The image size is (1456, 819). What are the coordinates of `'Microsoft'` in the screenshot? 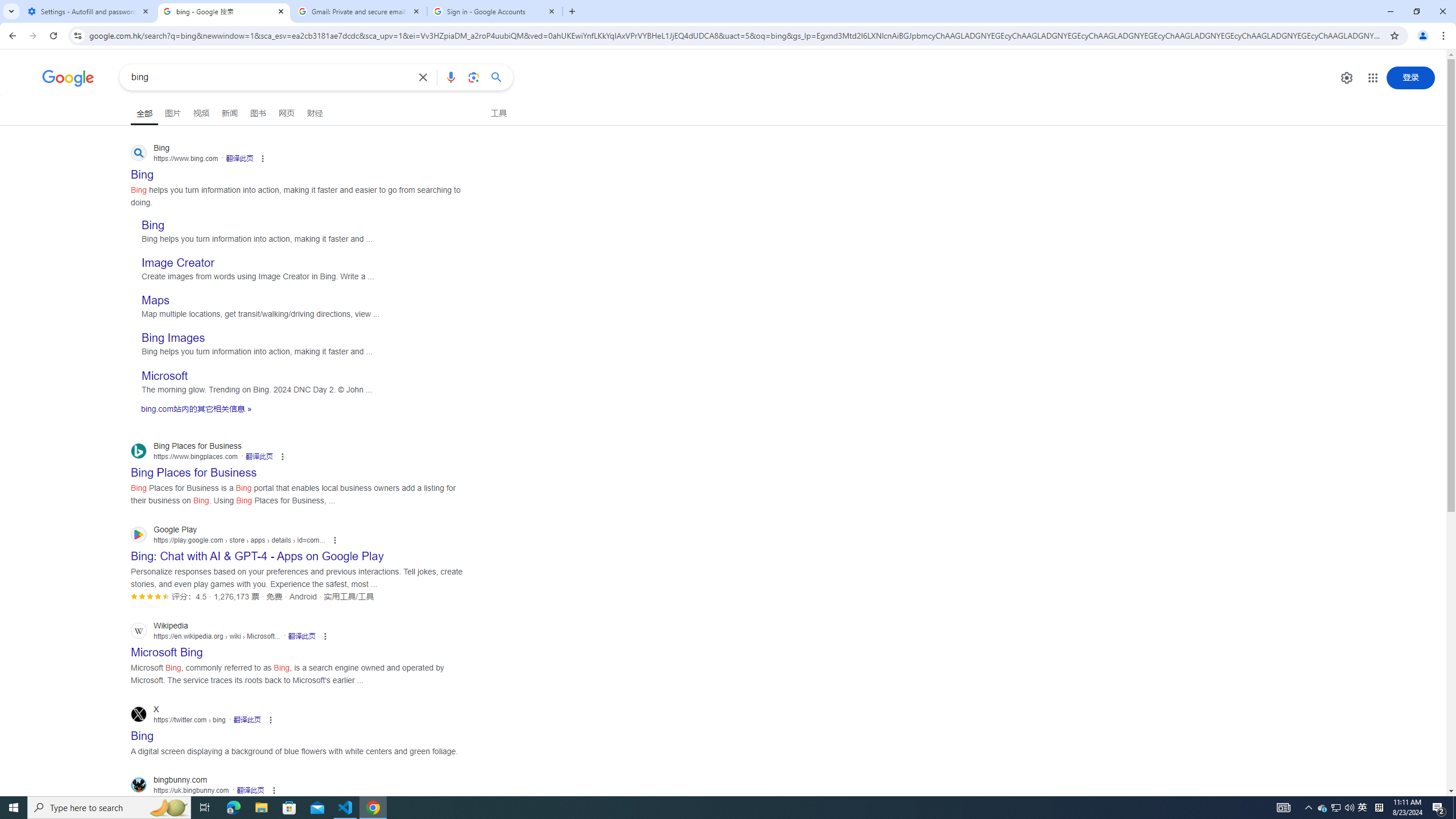 It's located at (164, 375).